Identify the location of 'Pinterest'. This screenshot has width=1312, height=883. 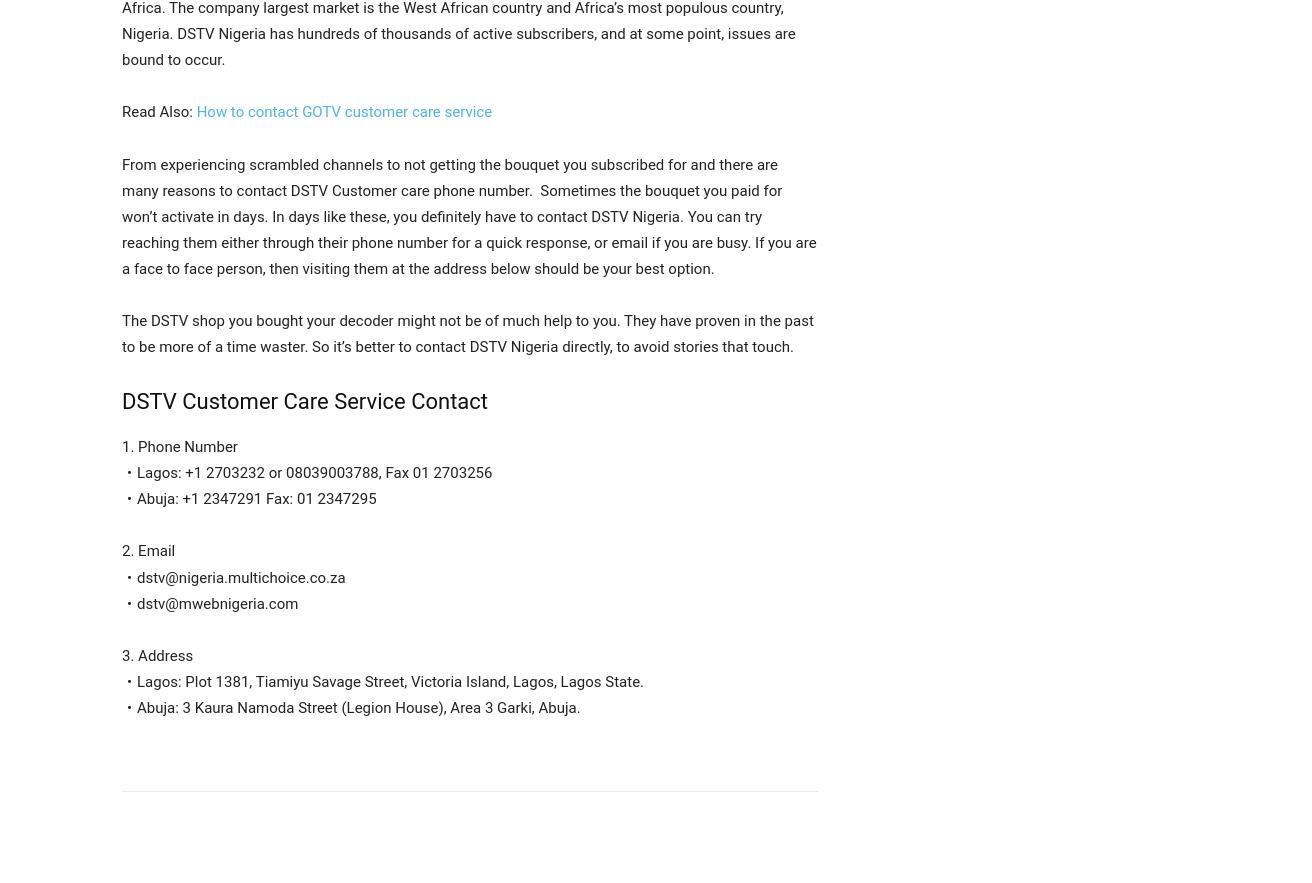
(429, 841).